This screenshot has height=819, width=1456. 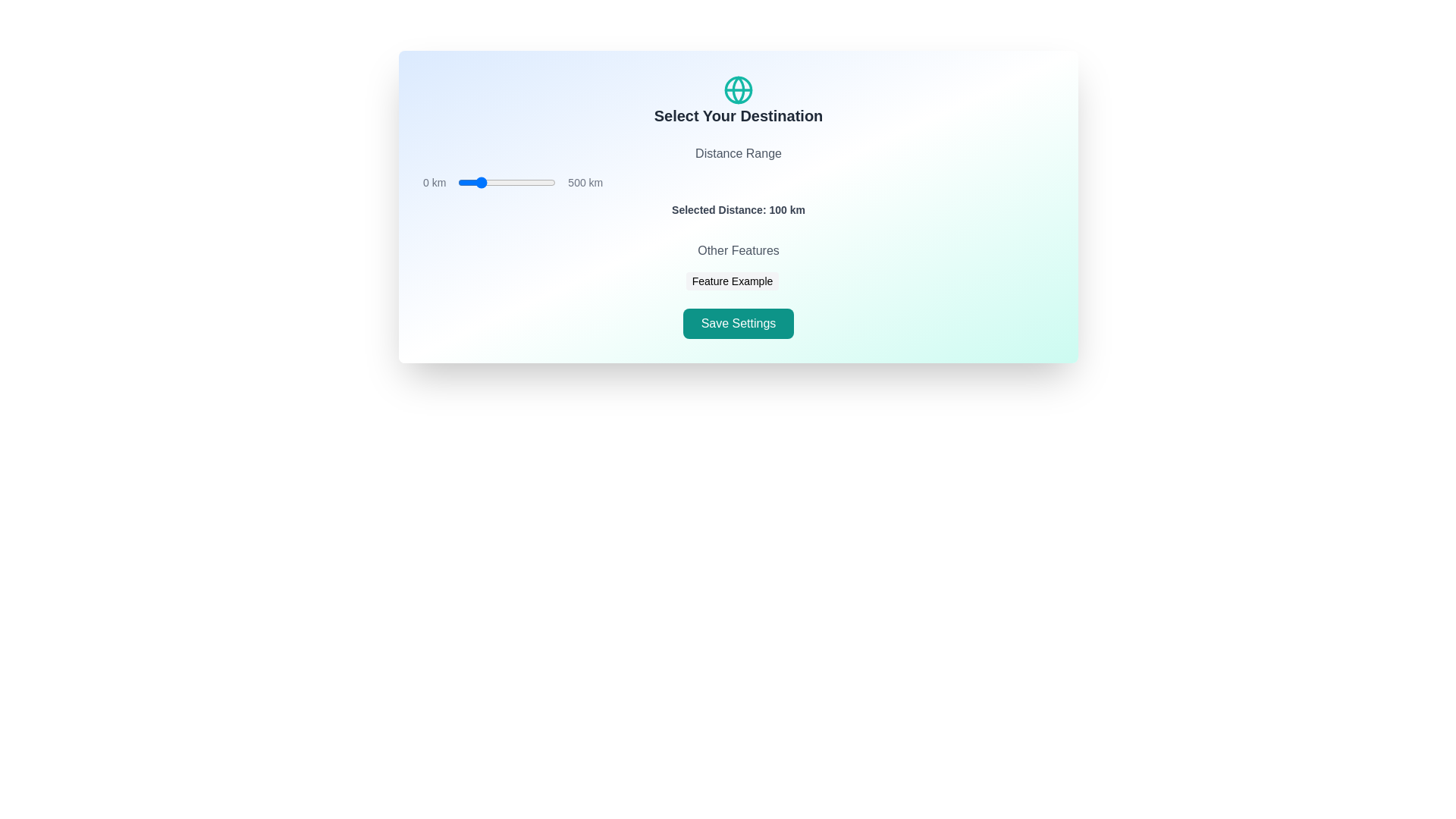 What do you see at coordinates (530, 181) in the screenshot?
I see `the distance range slider to set the distance to 370 km` at bounding box center [530, 181].